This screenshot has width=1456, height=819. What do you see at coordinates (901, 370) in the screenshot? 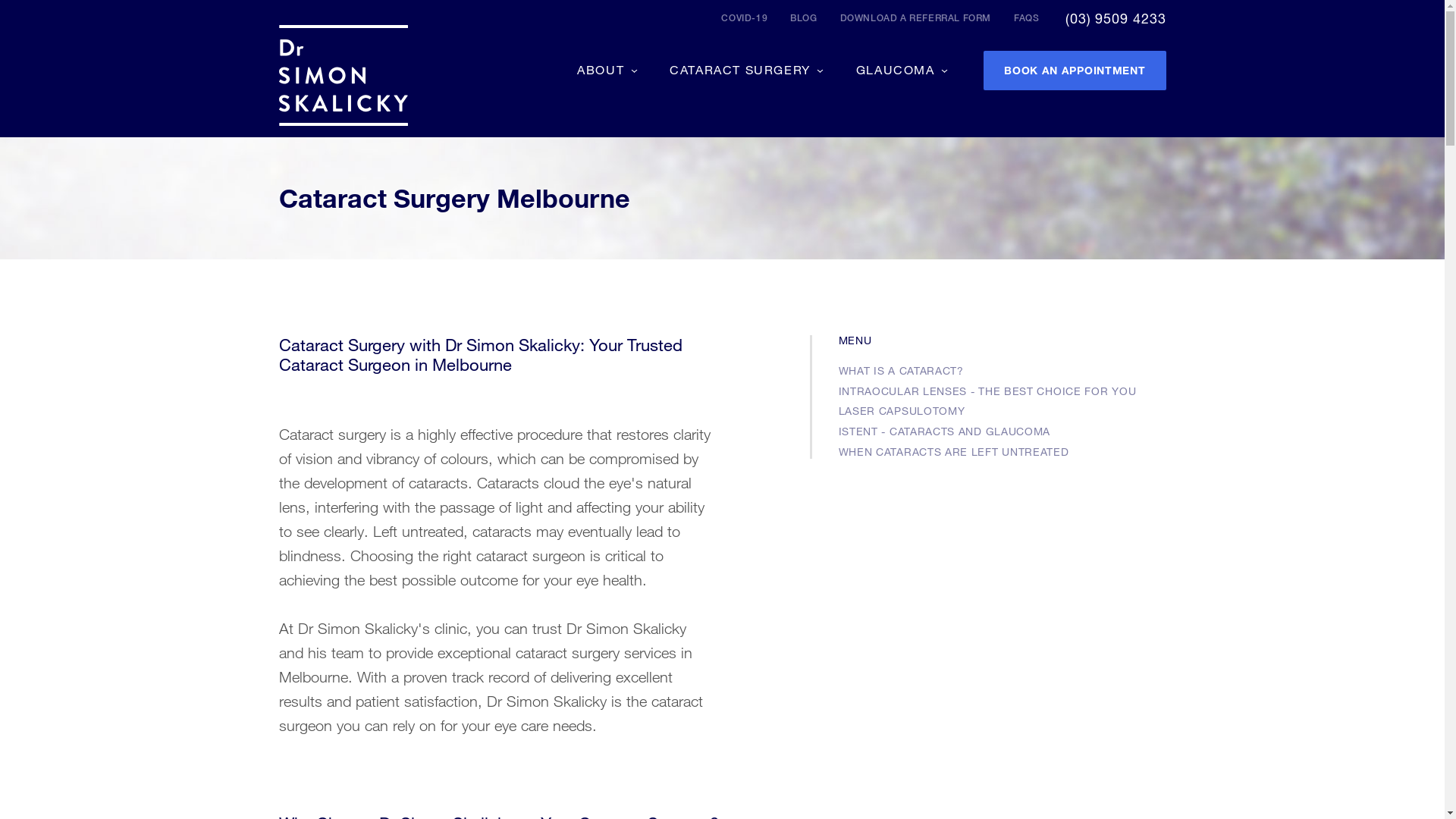
I see `'WHAT IS A CATARACT?'` at bounding box center [901, 370].